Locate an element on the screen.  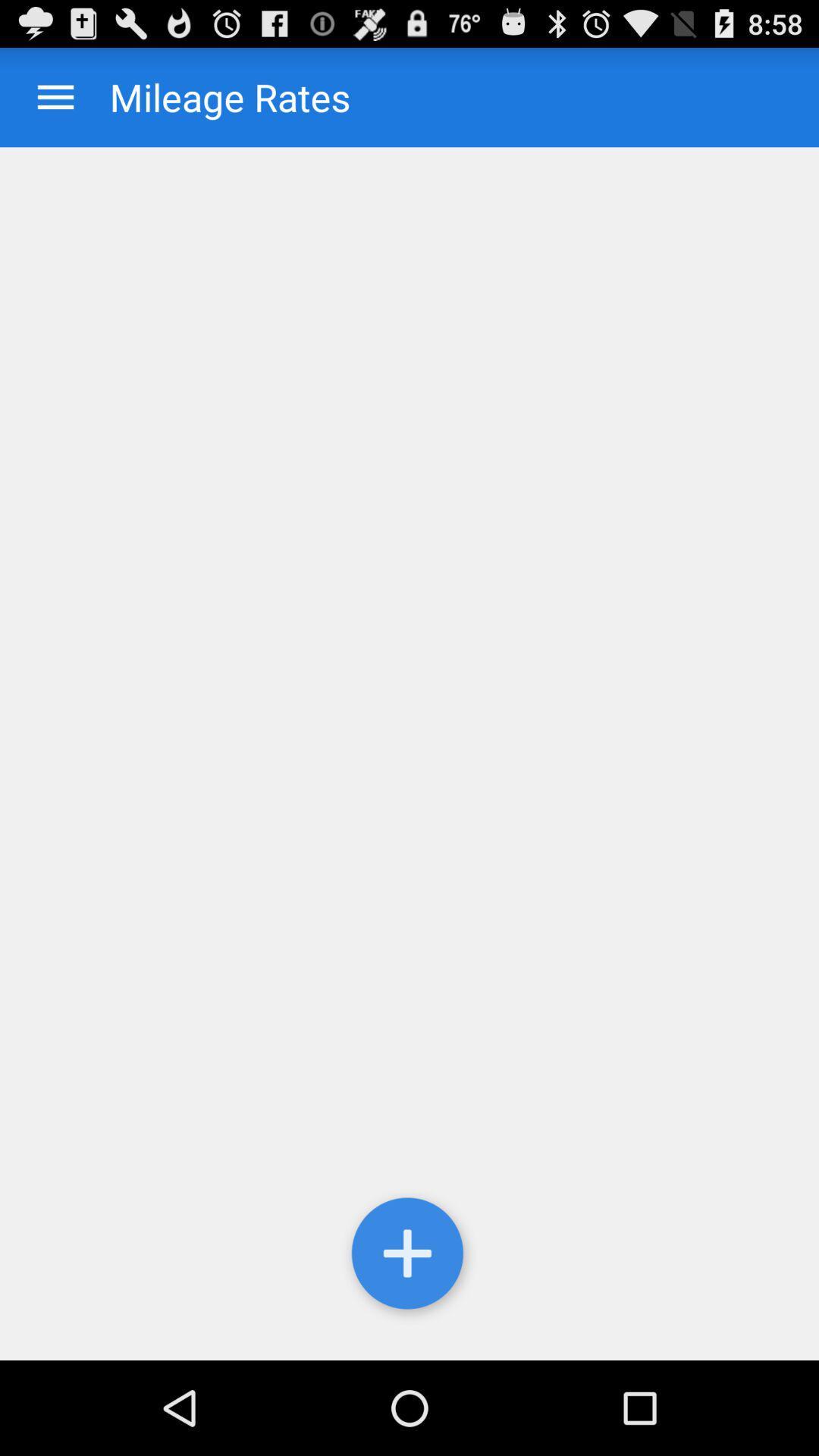
the mileage rates icon is located at coordinates (215, 96).